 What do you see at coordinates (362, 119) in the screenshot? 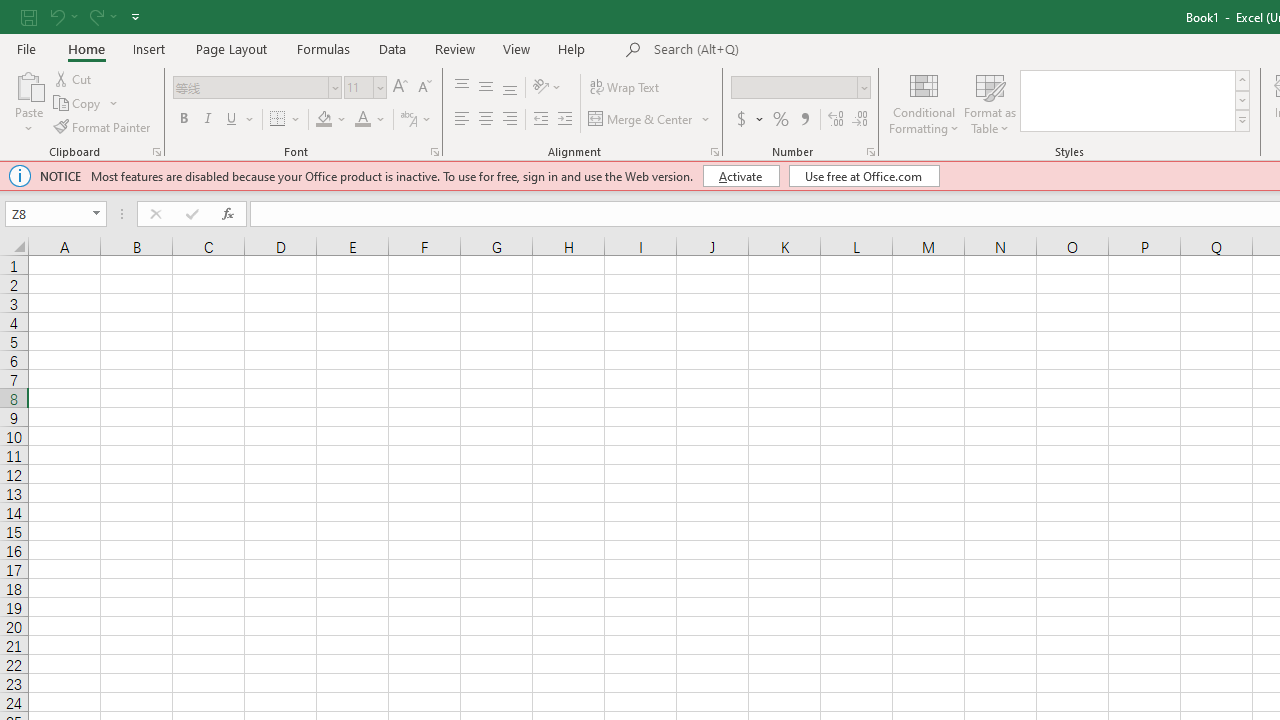
I see `'Font Color'` at bounding box center [362, 119].